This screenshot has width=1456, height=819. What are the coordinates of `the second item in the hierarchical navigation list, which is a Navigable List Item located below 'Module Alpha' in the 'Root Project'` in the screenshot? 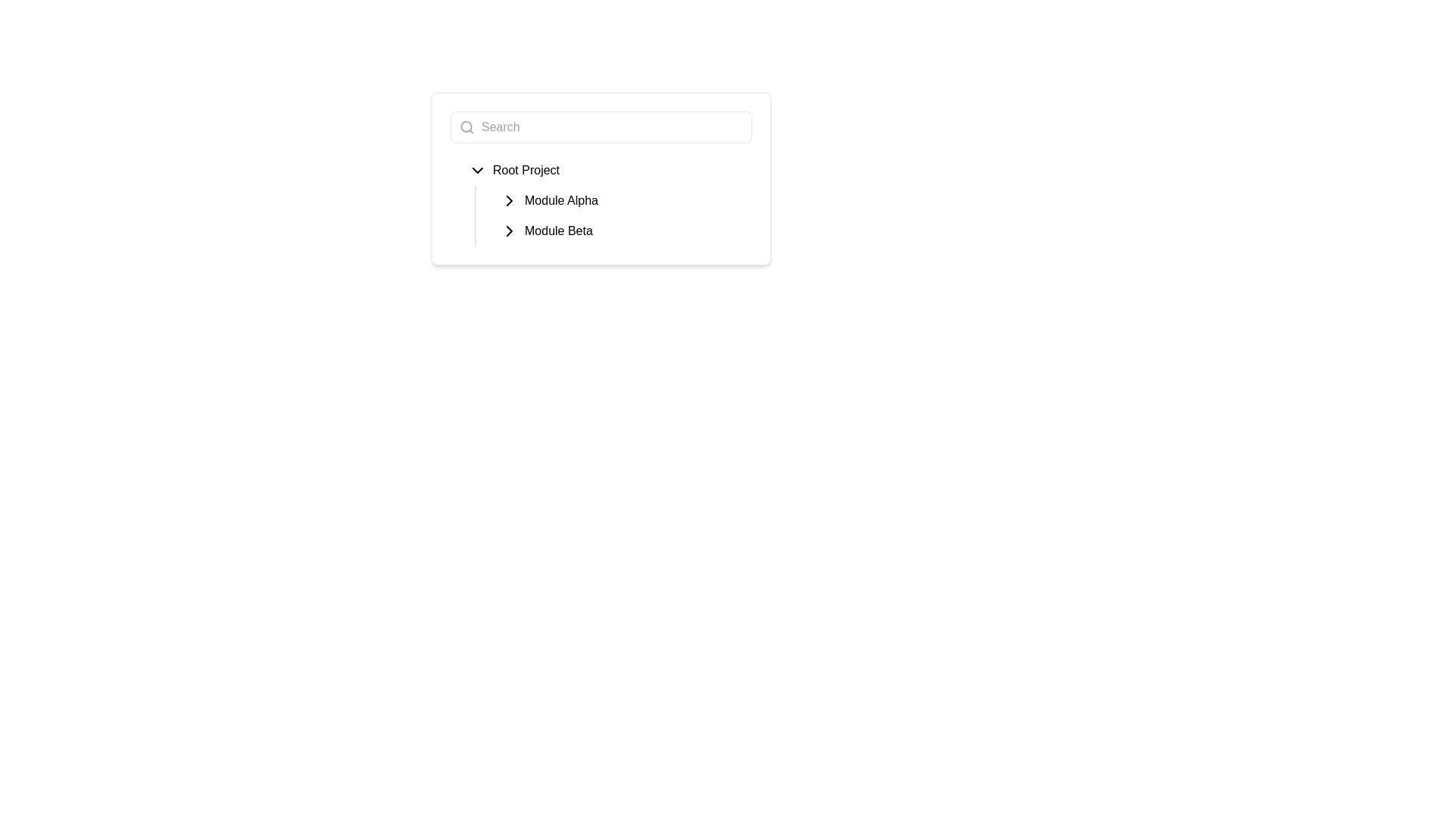 It's located at (623, 231).